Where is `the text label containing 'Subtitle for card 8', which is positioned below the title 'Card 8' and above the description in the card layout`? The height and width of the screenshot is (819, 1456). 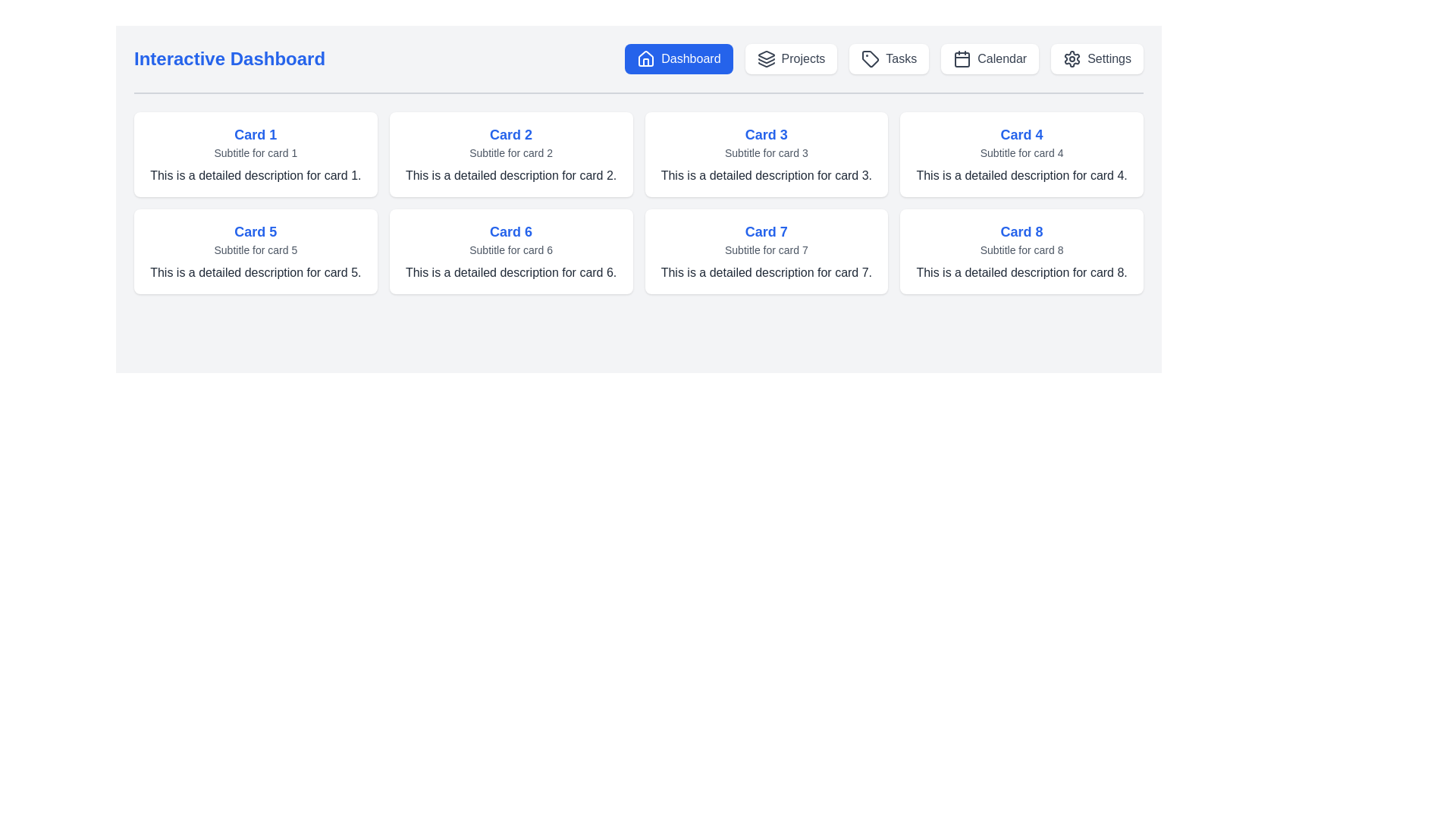
the text label containing 'Subtitle for card 8', which is positioned below the title 'Card 8' and above the description in the card layout is located at coordinates (1021, 249).